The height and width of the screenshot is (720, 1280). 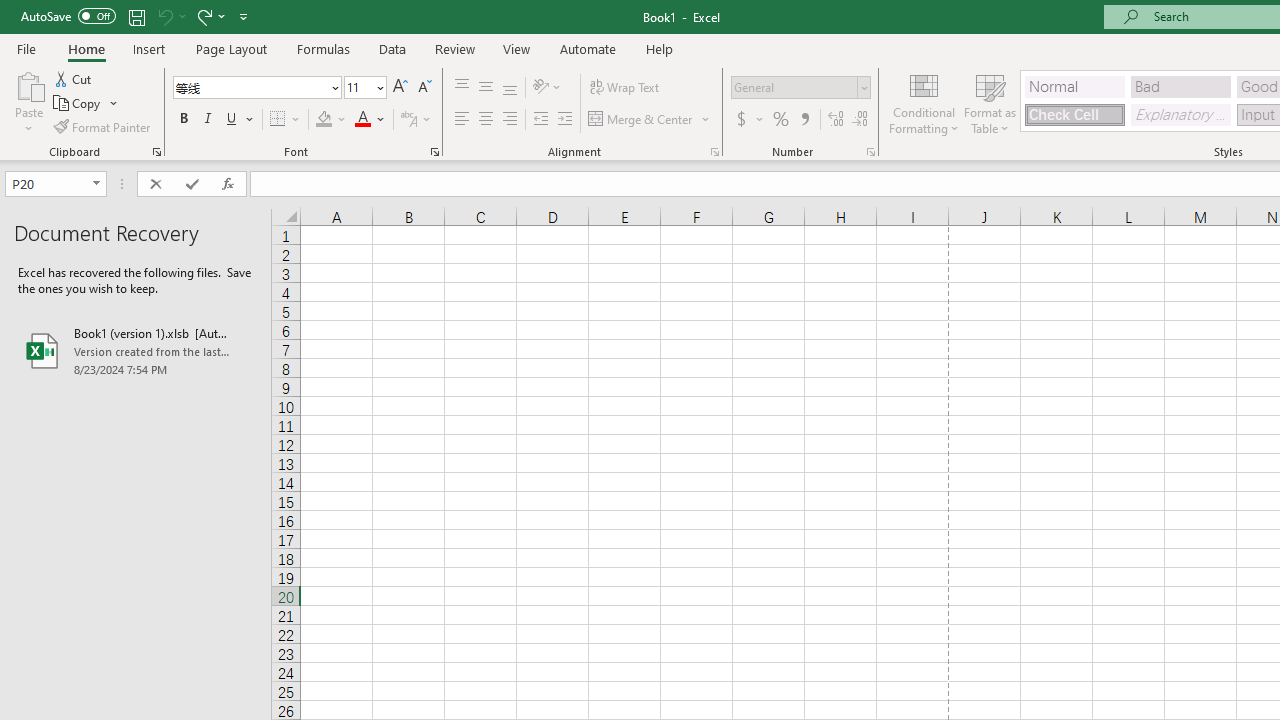 What do you see at coordinates (102, 127) in the screenshot?
I see `'Format Painter'` at bounding box center [102, 127].